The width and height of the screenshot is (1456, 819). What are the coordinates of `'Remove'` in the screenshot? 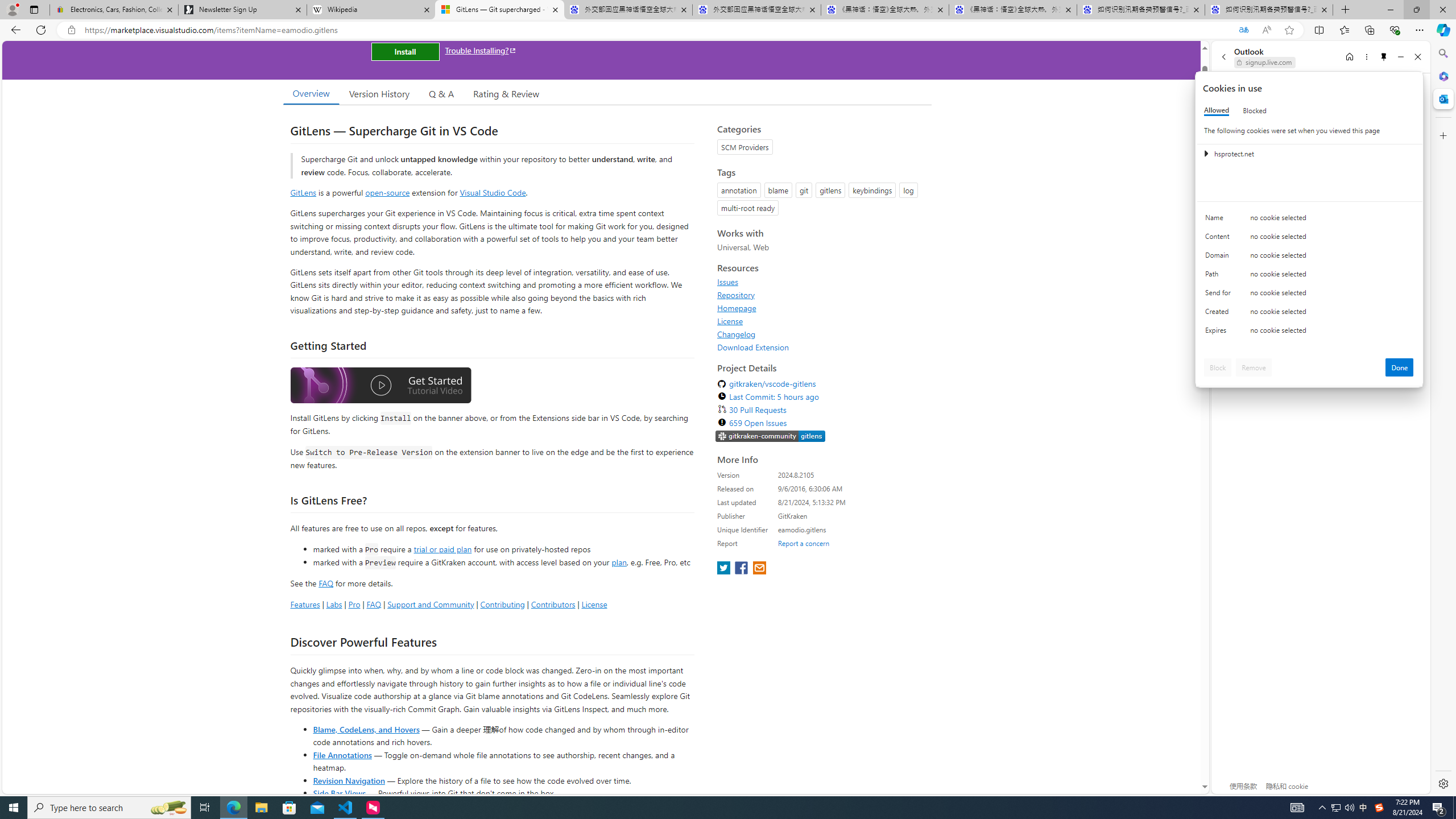 It's located at (1254, 367).